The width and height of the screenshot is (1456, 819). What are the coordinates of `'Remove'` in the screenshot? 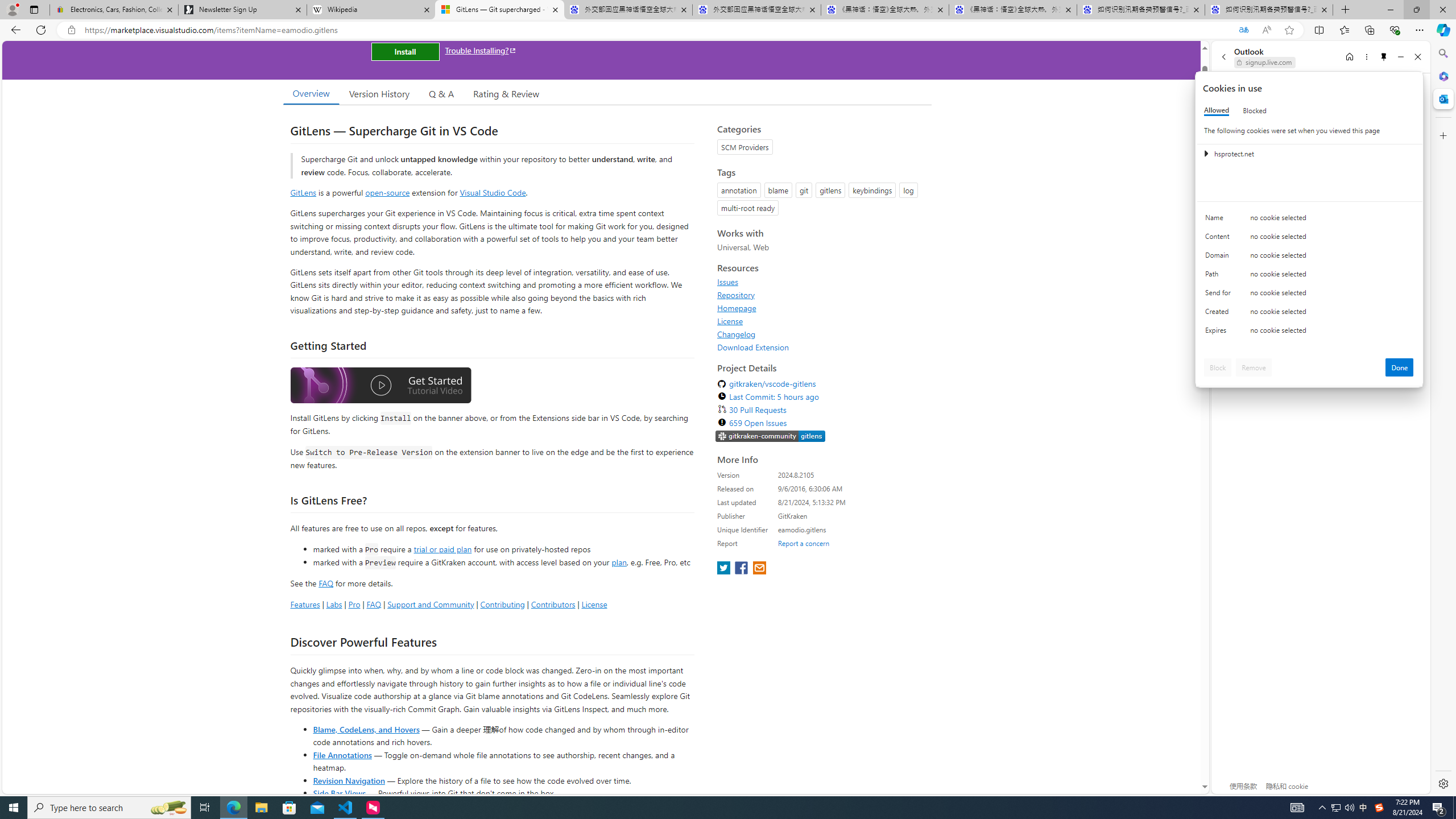 It's located at (1254, 367).